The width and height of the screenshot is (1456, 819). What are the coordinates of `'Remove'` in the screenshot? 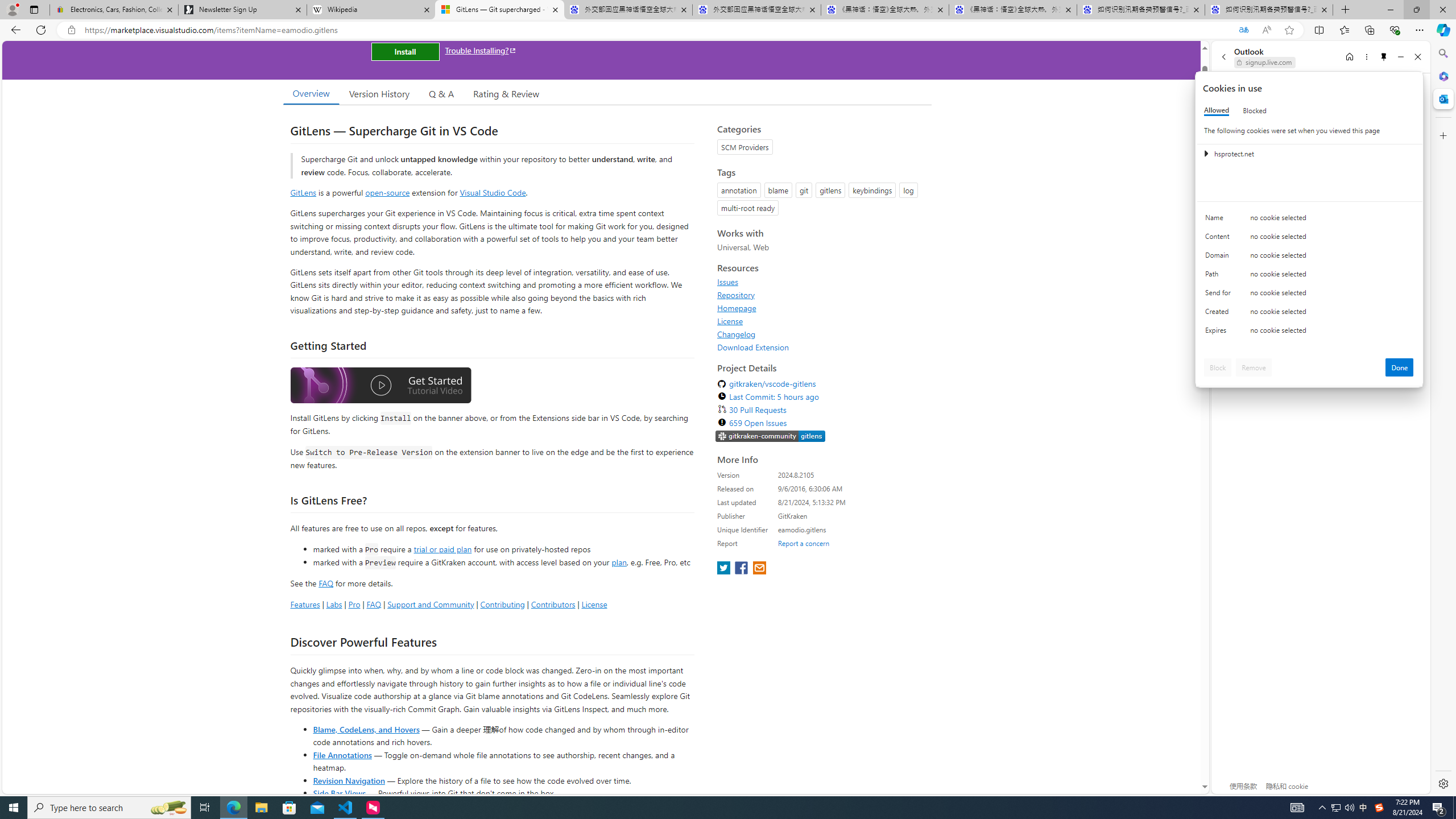 It's located at (1254, 367).